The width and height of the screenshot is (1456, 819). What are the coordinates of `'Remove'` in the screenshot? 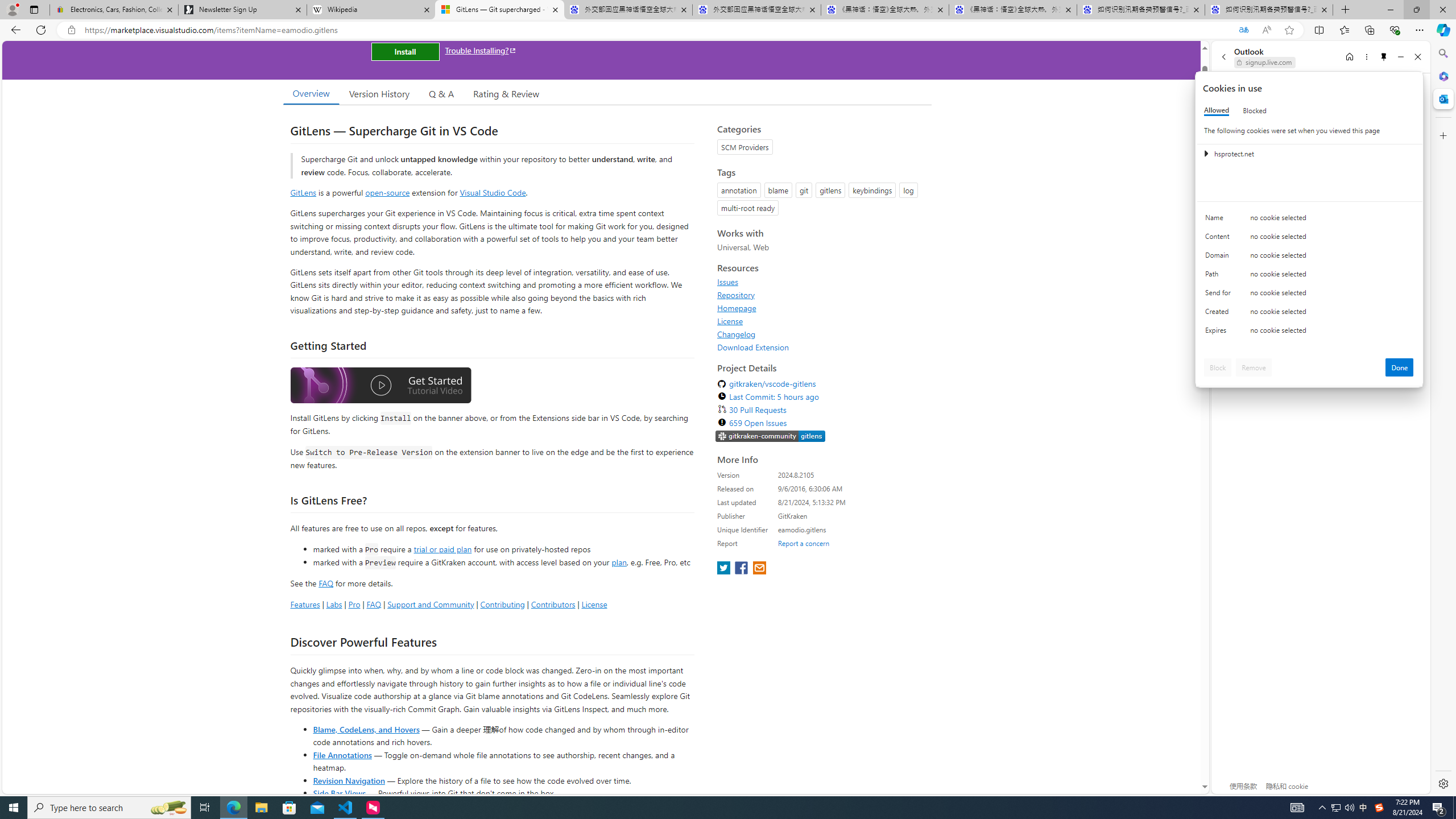 It's located at (1254, 367).